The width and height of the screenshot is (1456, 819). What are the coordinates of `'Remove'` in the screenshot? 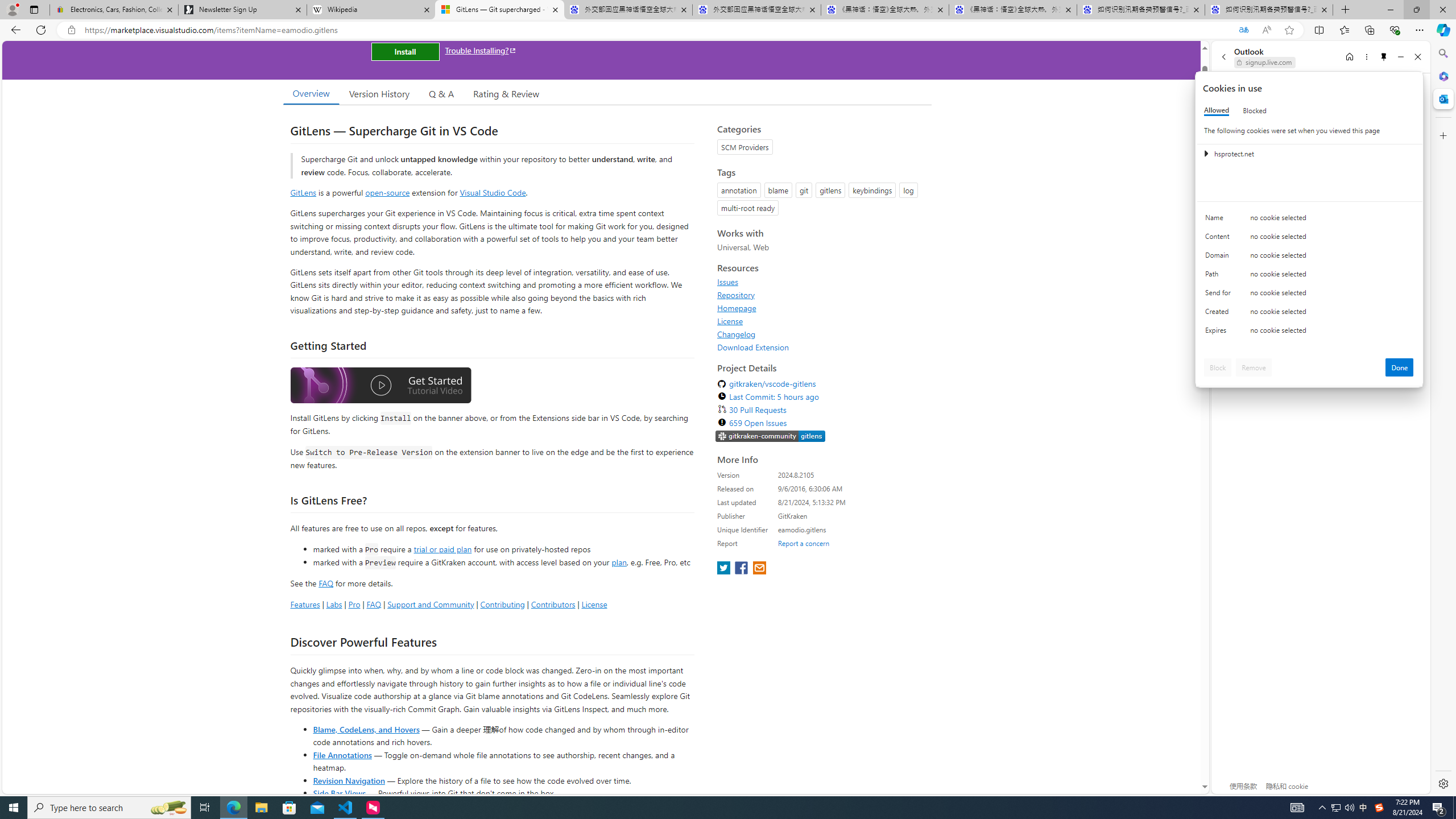 It's located at (1254, 367).